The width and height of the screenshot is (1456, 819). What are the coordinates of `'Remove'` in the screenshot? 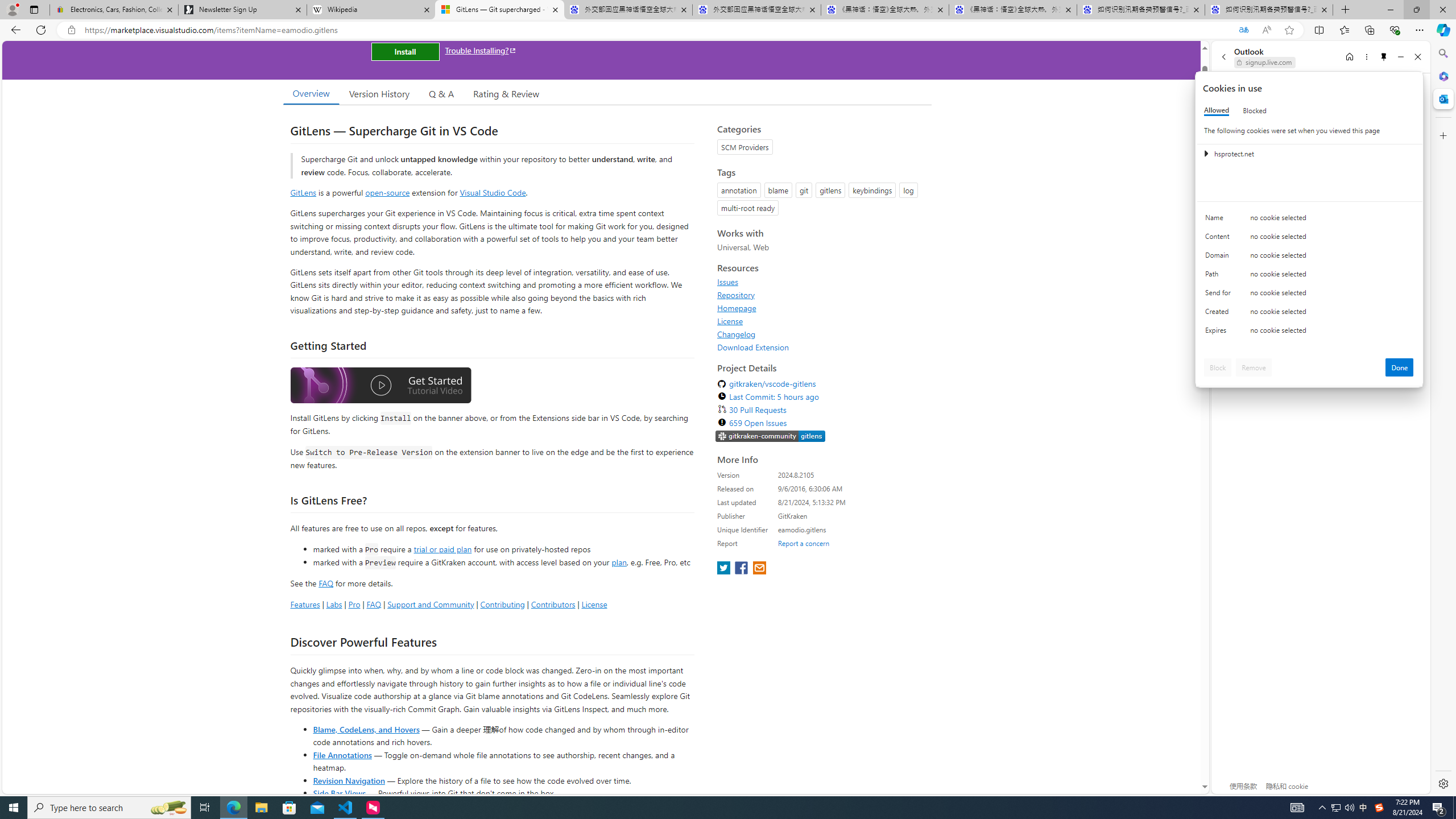 It's located at (1254, 367).